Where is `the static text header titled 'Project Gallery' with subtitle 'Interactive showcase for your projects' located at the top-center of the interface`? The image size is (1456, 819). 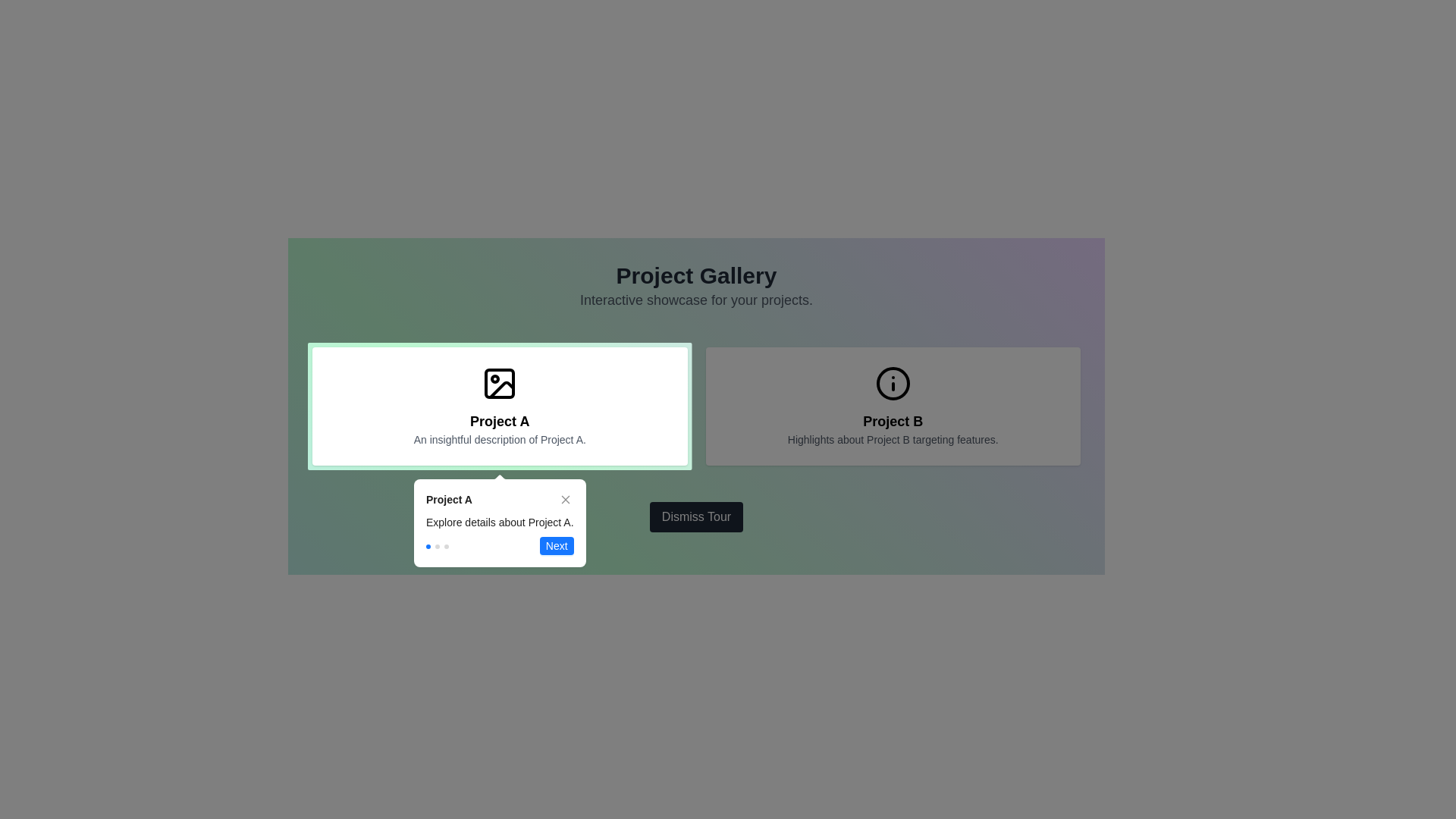
the static text header titled 'Project Gallery' with subtitle 'Interactive showcase for your projects' located at the top-center of the interface is located at coordinates (695, 287).